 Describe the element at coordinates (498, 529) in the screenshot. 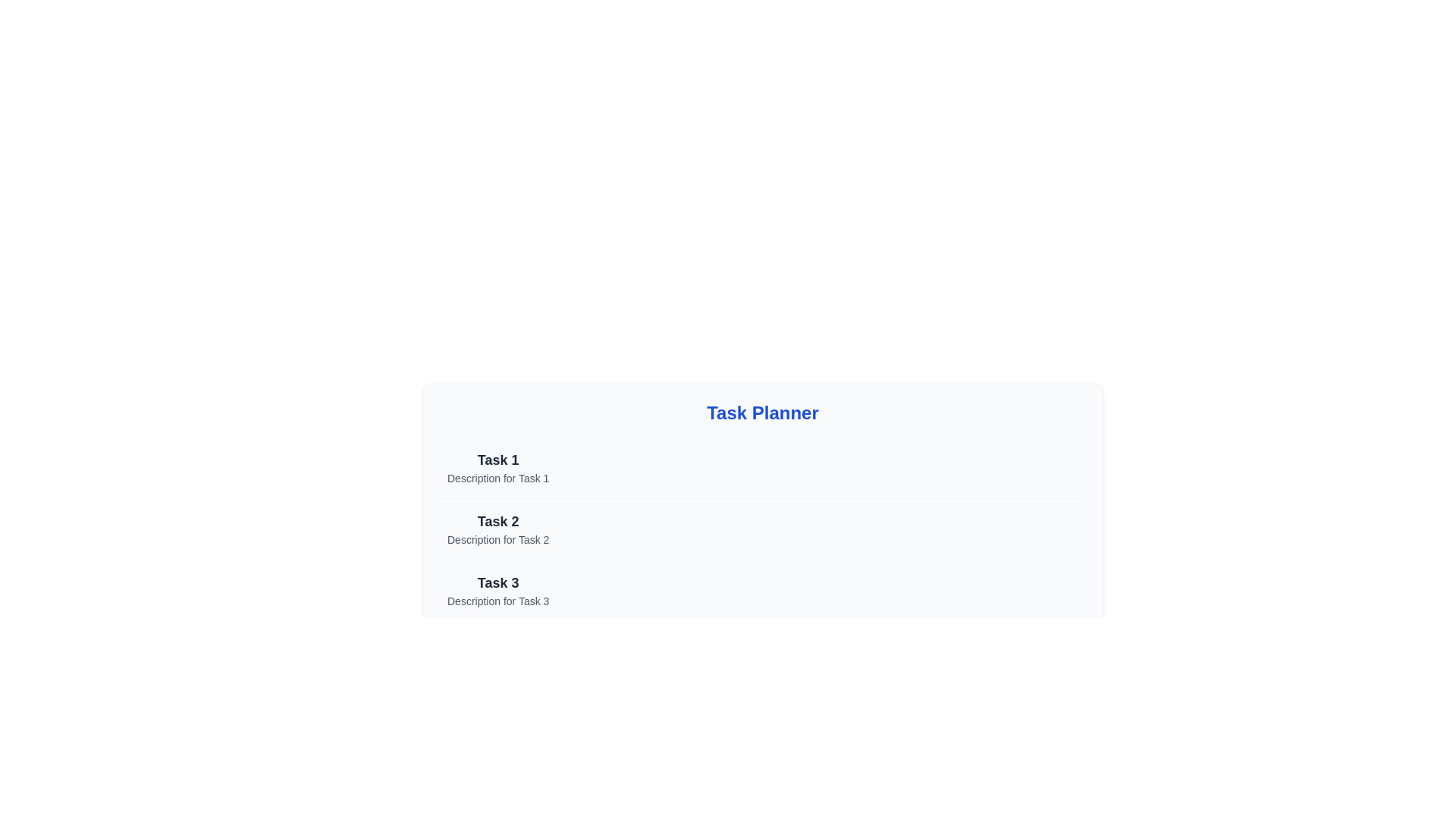

I see `the Text block element titled 'Task 2' which contains a larger bold text 'Task 2' and a smaller text 'Description for Task 2', positioned in the middle of a vertically stacked list within a task planner interface` at that location.